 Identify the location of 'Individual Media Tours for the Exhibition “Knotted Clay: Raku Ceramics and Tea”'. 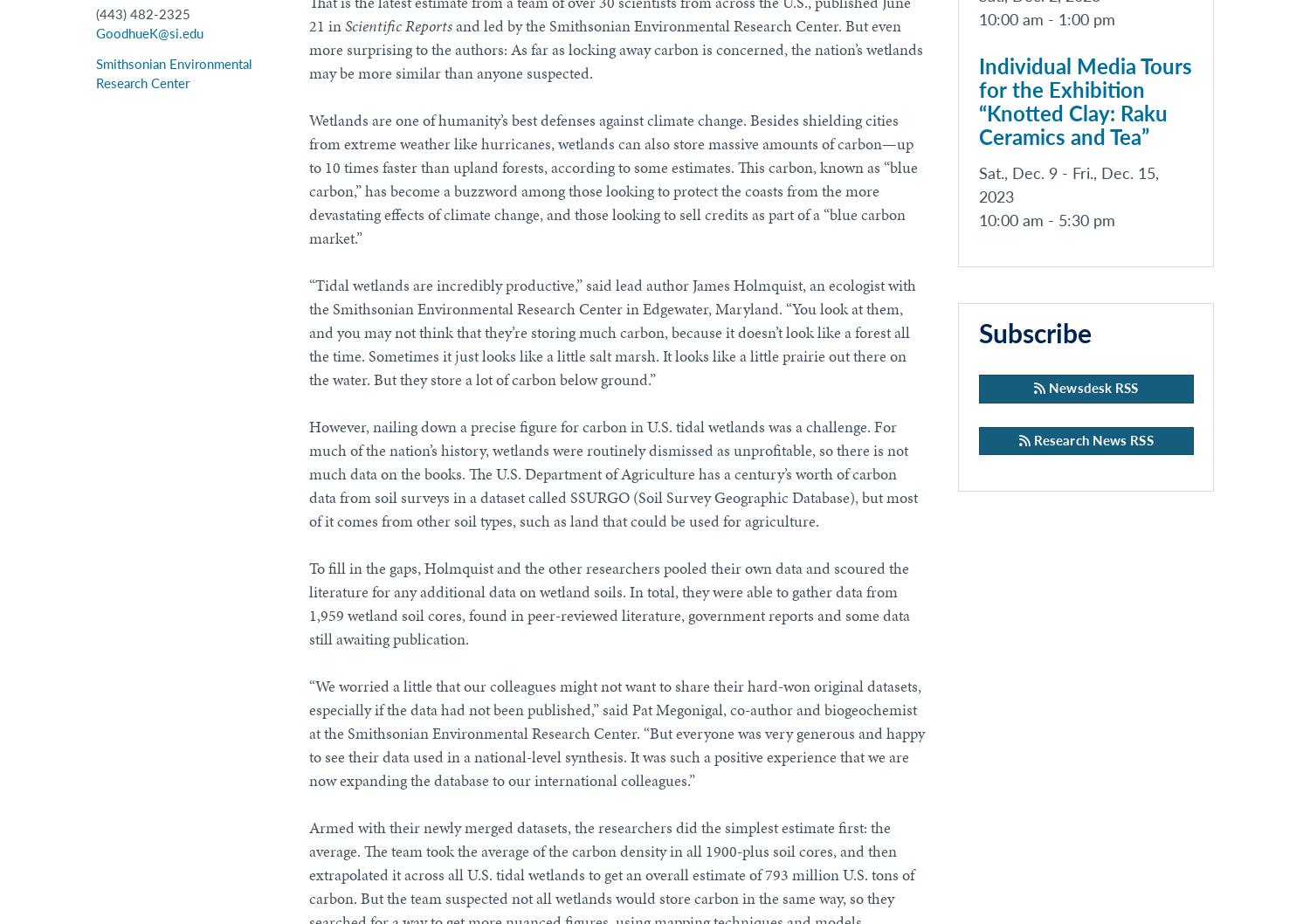
(1084, 101).